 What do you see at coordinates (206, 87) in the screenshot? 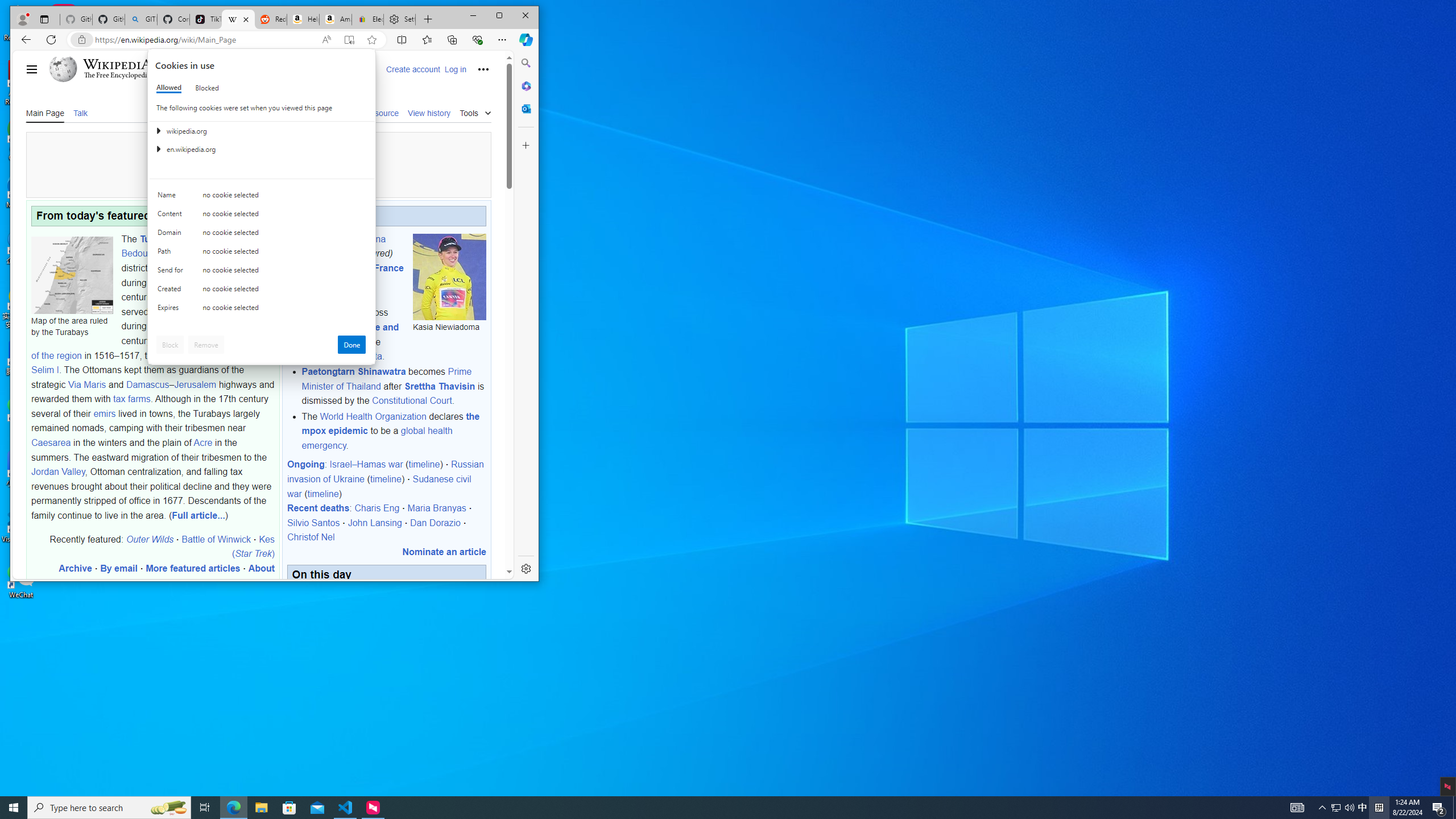
I see `'Blocked'` at bounding box center [206, 87].